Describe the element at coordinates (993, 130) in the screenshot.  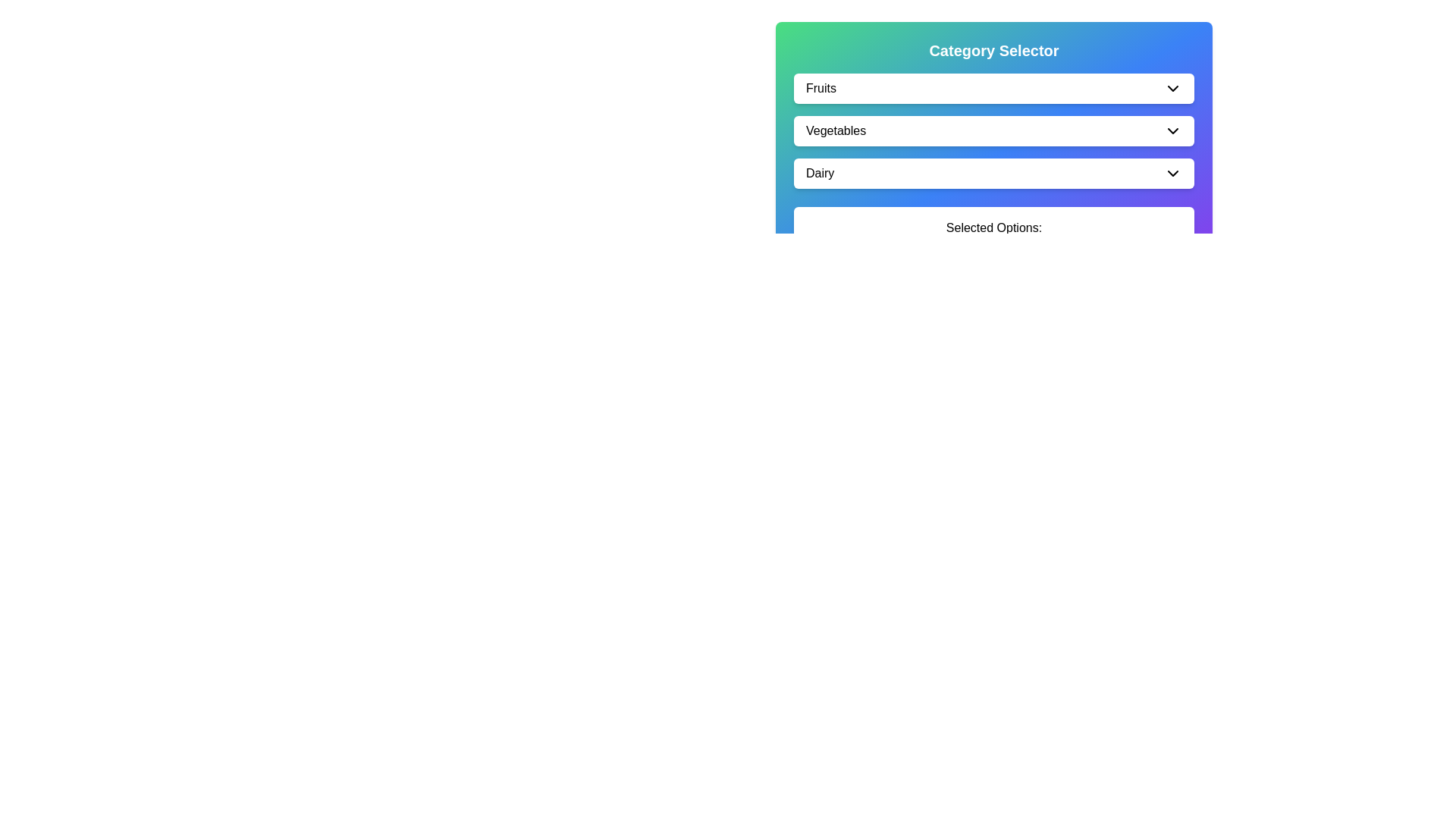
I see `the 'Vegetables' dropdown menu` at that location.